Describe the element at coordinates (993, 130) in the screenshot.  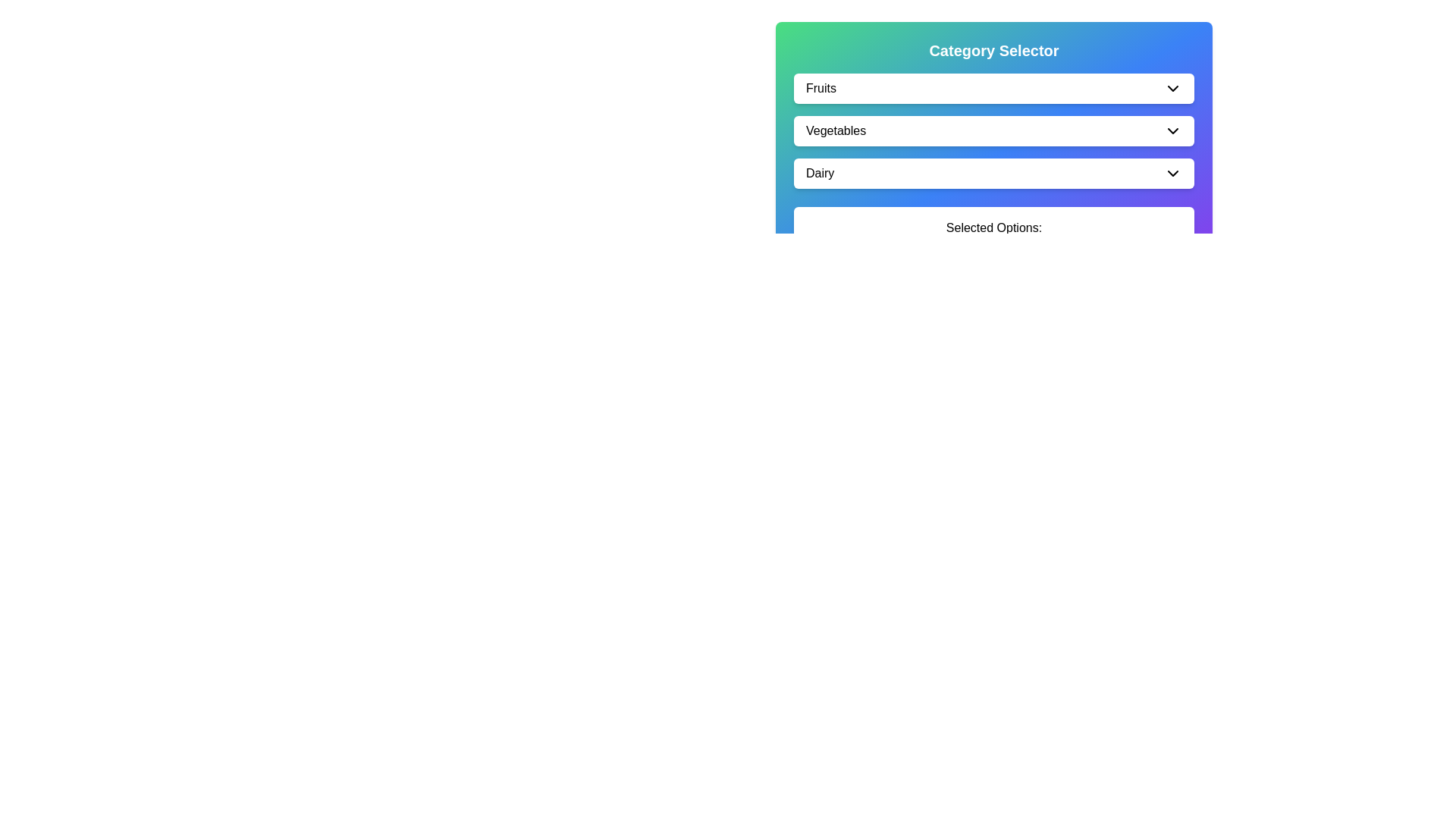
I see `the 'Vegetables' dropdown menu` at that location.